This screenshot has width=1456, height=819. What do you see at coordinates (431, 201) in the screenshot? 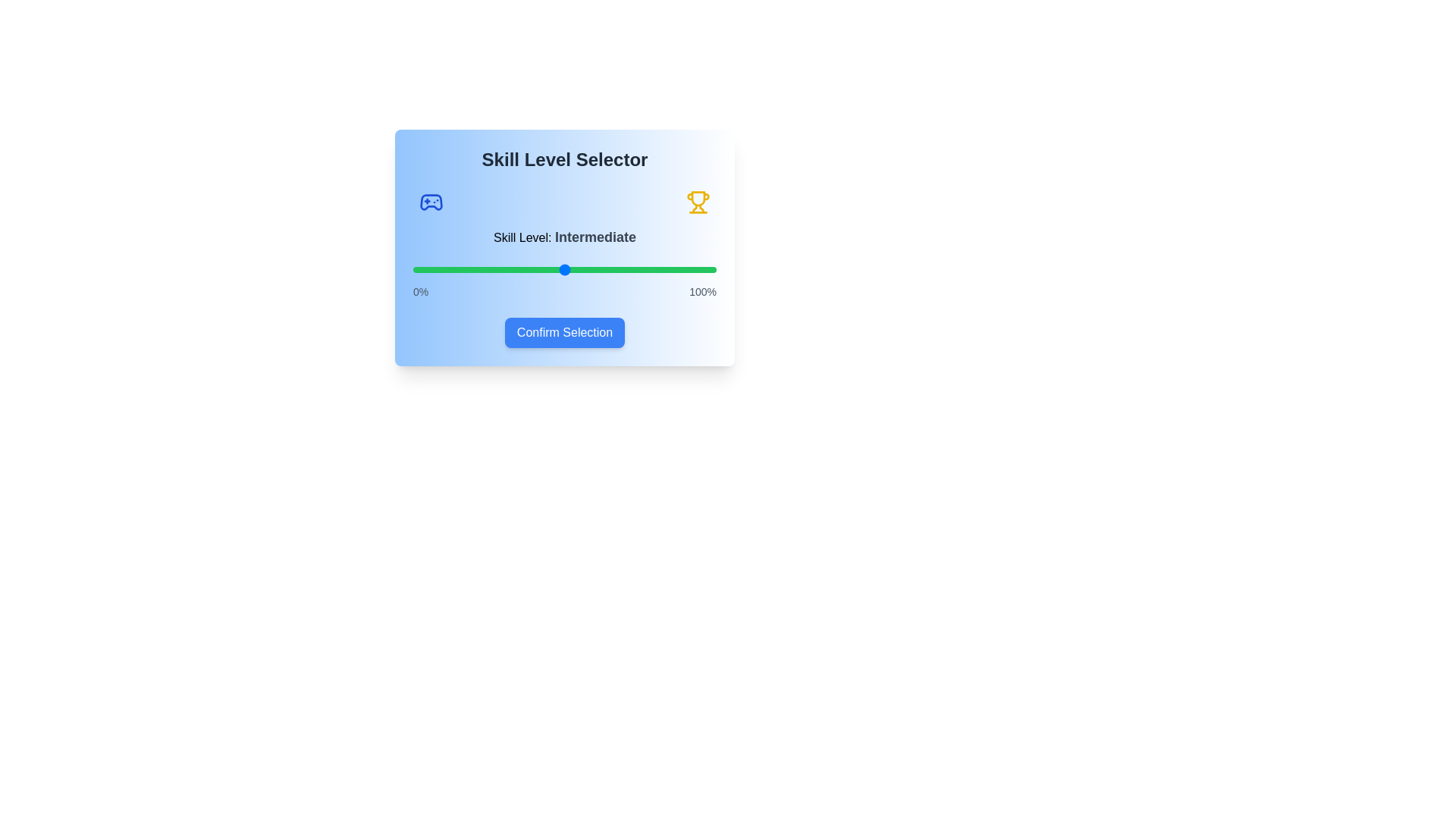
I see `the gamepad decorative icon to focus on it` at bounding box center [431, 201].